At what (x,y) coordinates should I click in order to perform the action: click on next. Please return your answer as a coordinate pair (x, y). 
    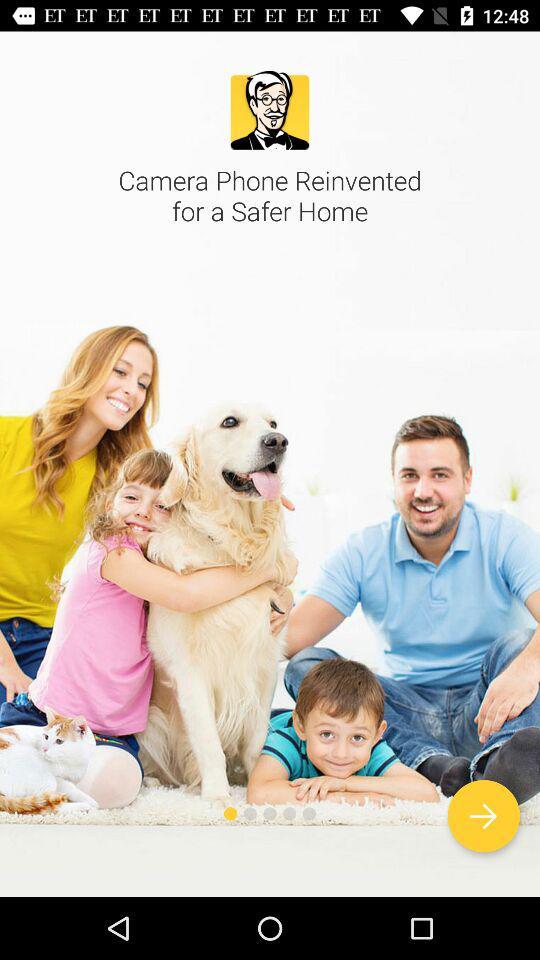
    Looking at the image, I should click on (482, 816).